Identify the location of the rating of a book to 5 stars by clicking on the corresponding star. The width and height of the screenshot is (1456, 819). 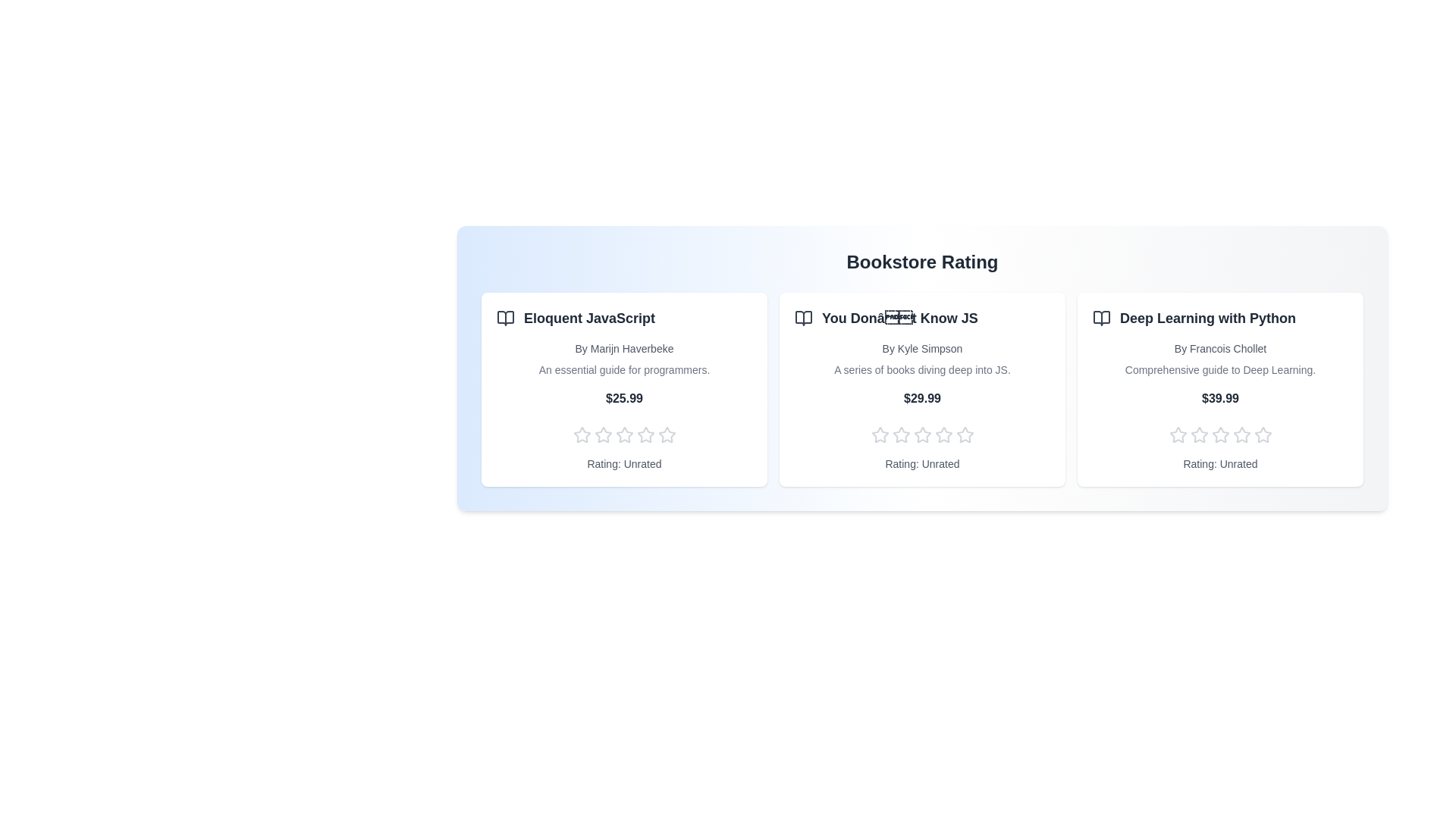
(667, 435).